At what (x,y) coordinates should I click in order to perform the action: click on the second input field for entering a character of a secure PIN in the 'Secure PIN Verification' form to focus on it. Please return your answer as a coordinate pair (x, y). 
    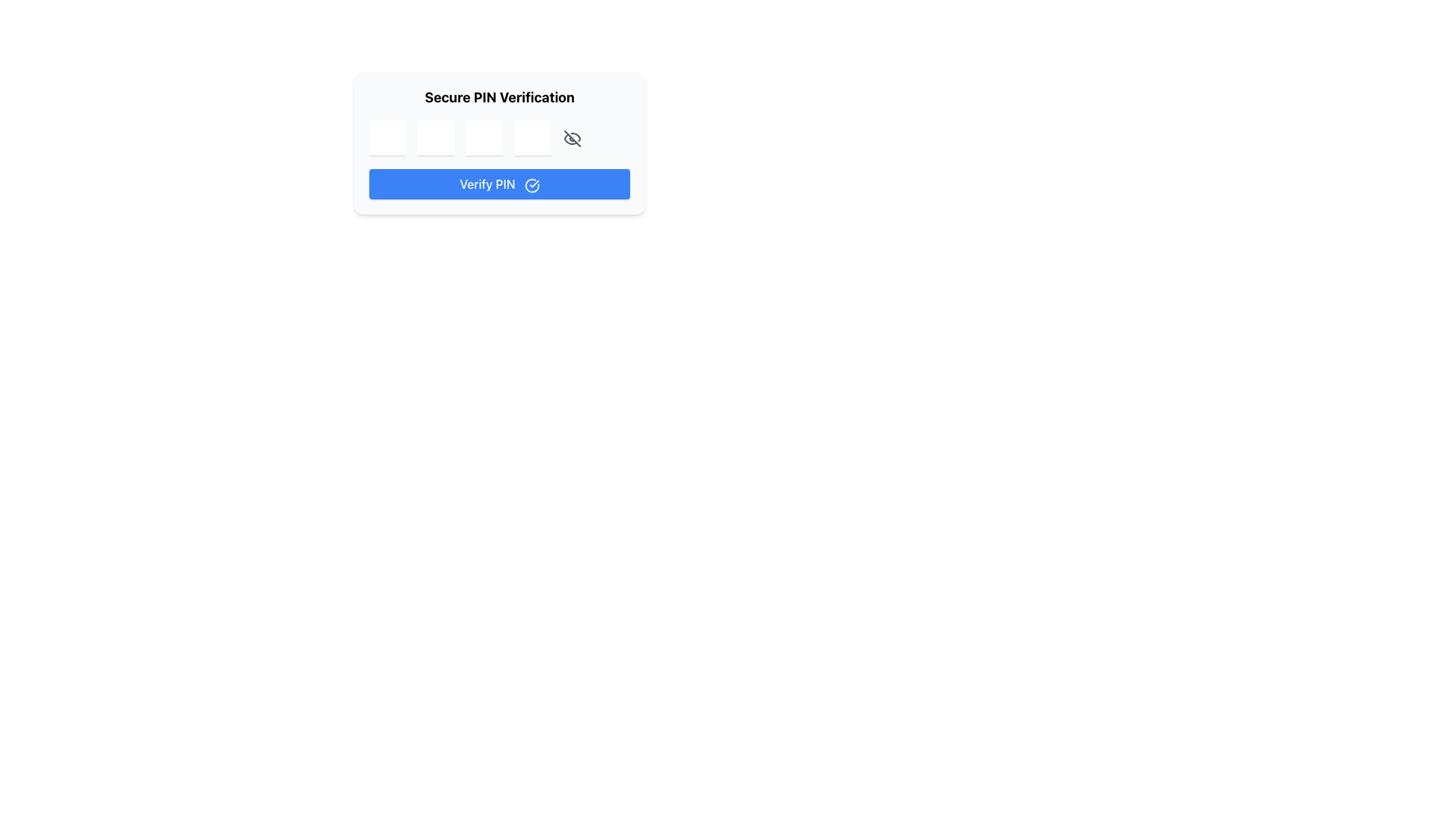
    Looking at the image, I should click on (435, 138).